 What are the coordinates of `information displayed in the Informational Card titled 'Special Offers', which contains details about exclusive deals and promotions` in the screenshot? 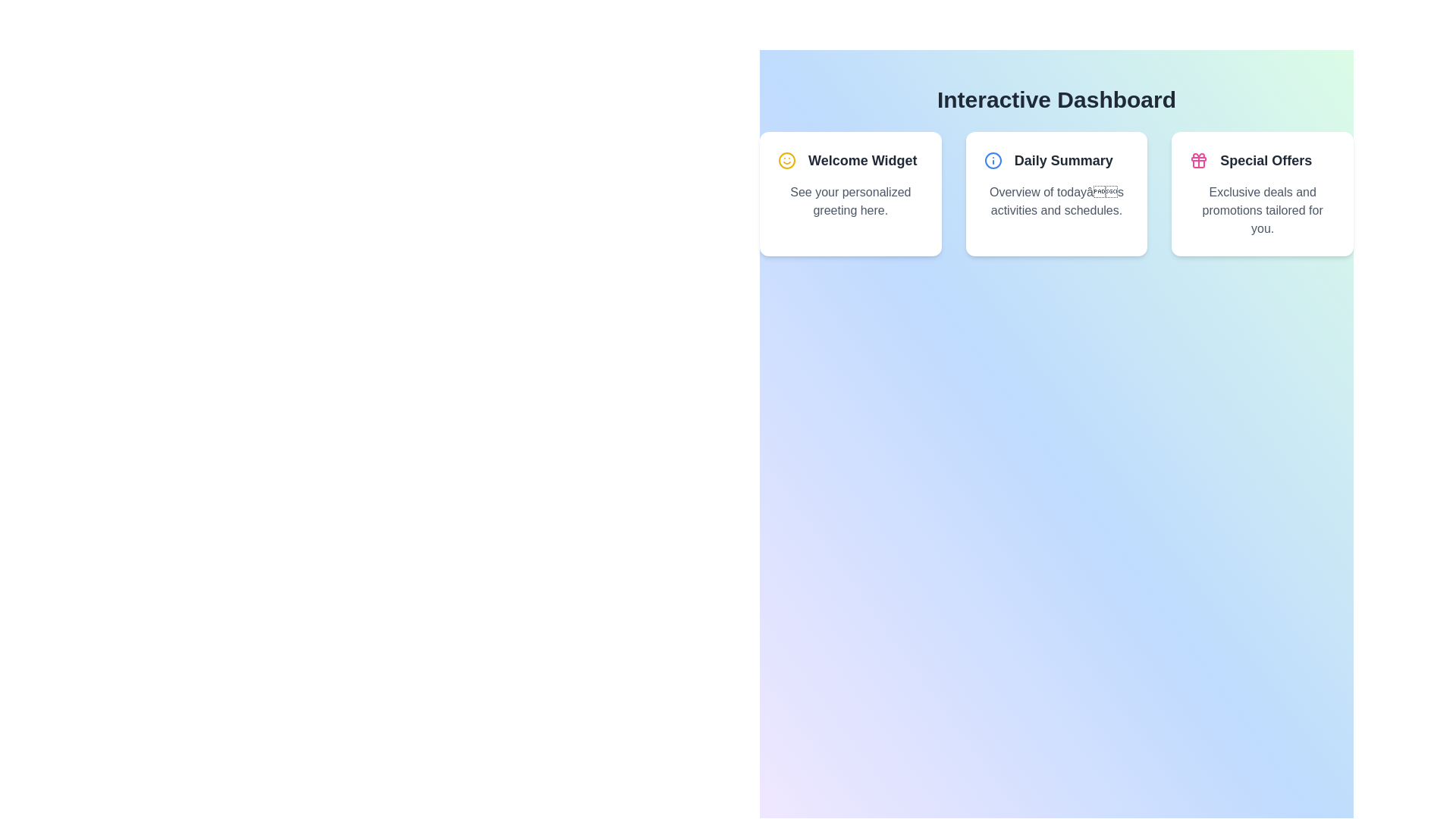 It's located at (1263, 193).